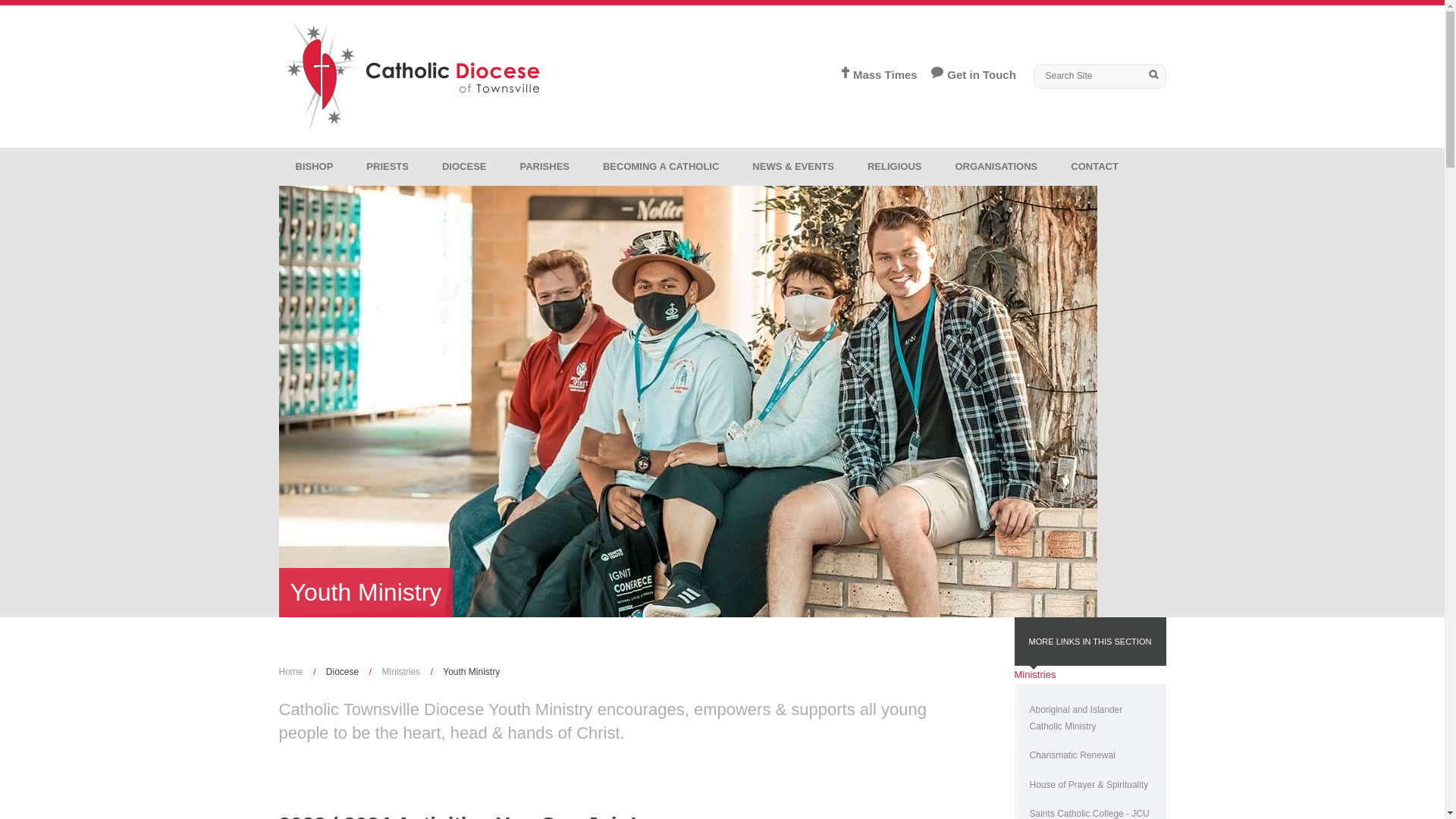 This screenshot has width=1456, height=819. What do you see at coordinates (792, 166) in the screenshot?
I see `'NEWS & EVENTS'` at bounding box center [792, 166].